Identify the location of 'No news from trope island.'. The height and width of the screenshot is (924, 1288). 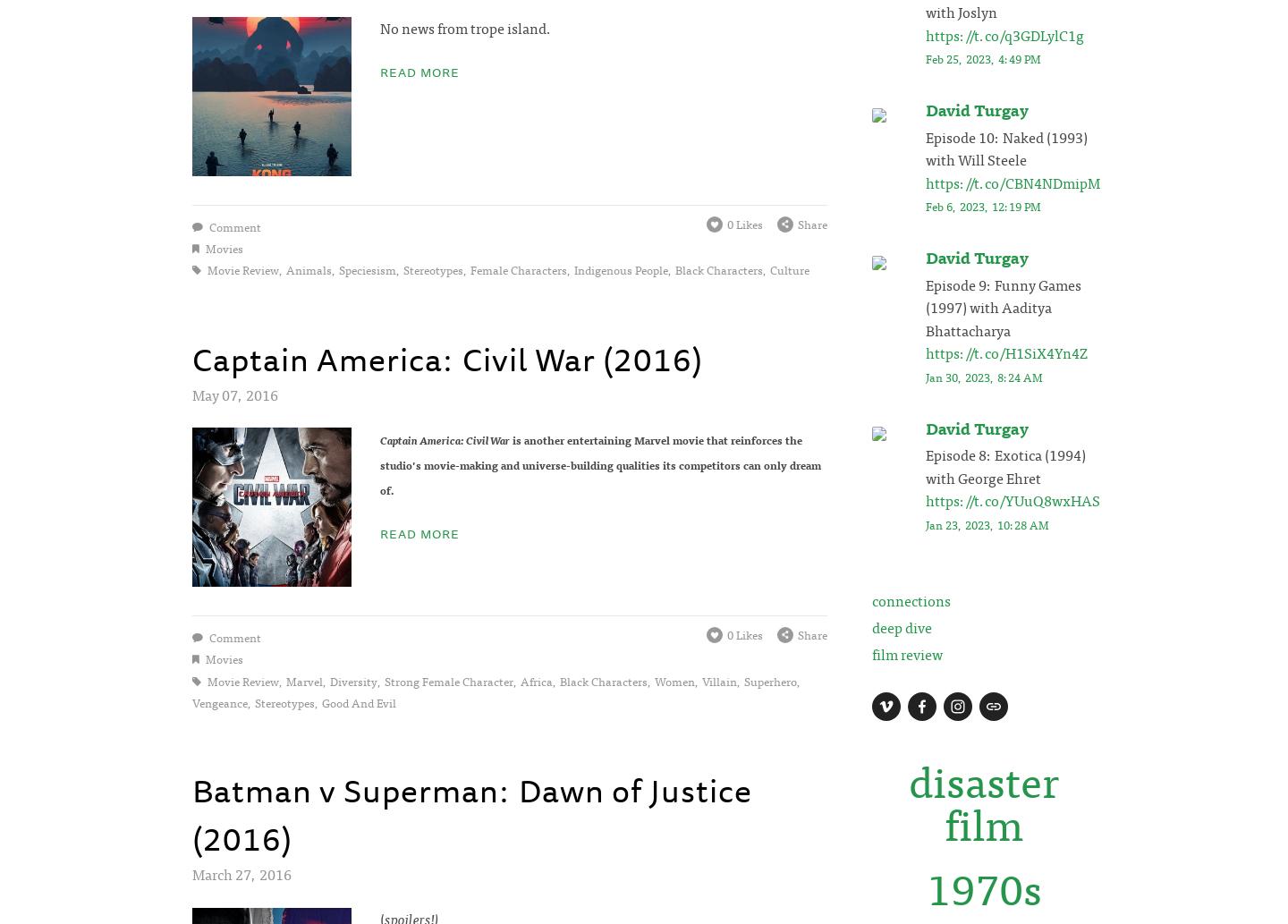
(463, 27).